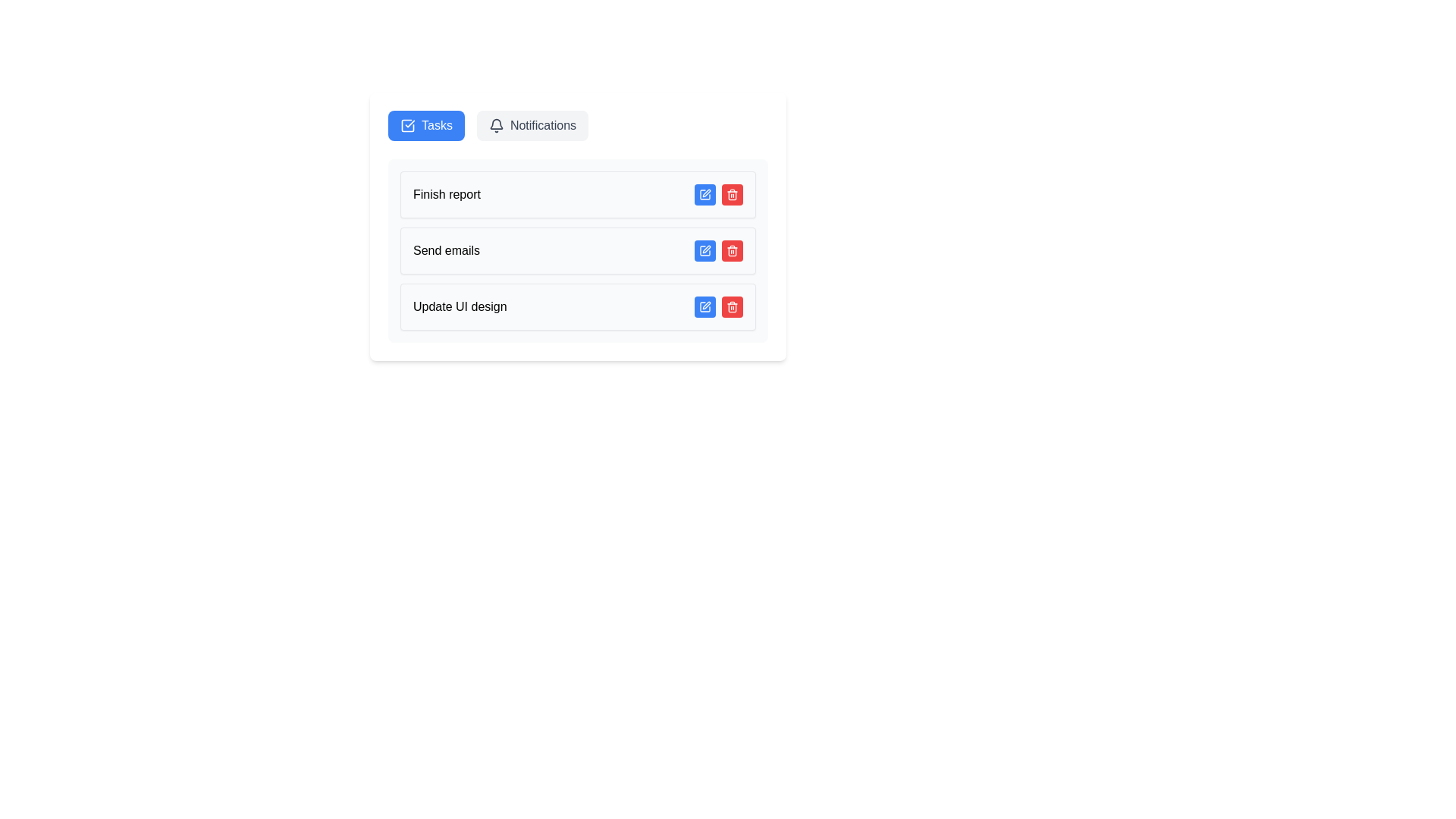 Image resolution: width=1456 pixels, height=819 pixels. What do you see at coordinates (732, 307) in the screenshot?
I see `the delete icon located in the right section of the last row of the task list` at bounding box center [732, 307].